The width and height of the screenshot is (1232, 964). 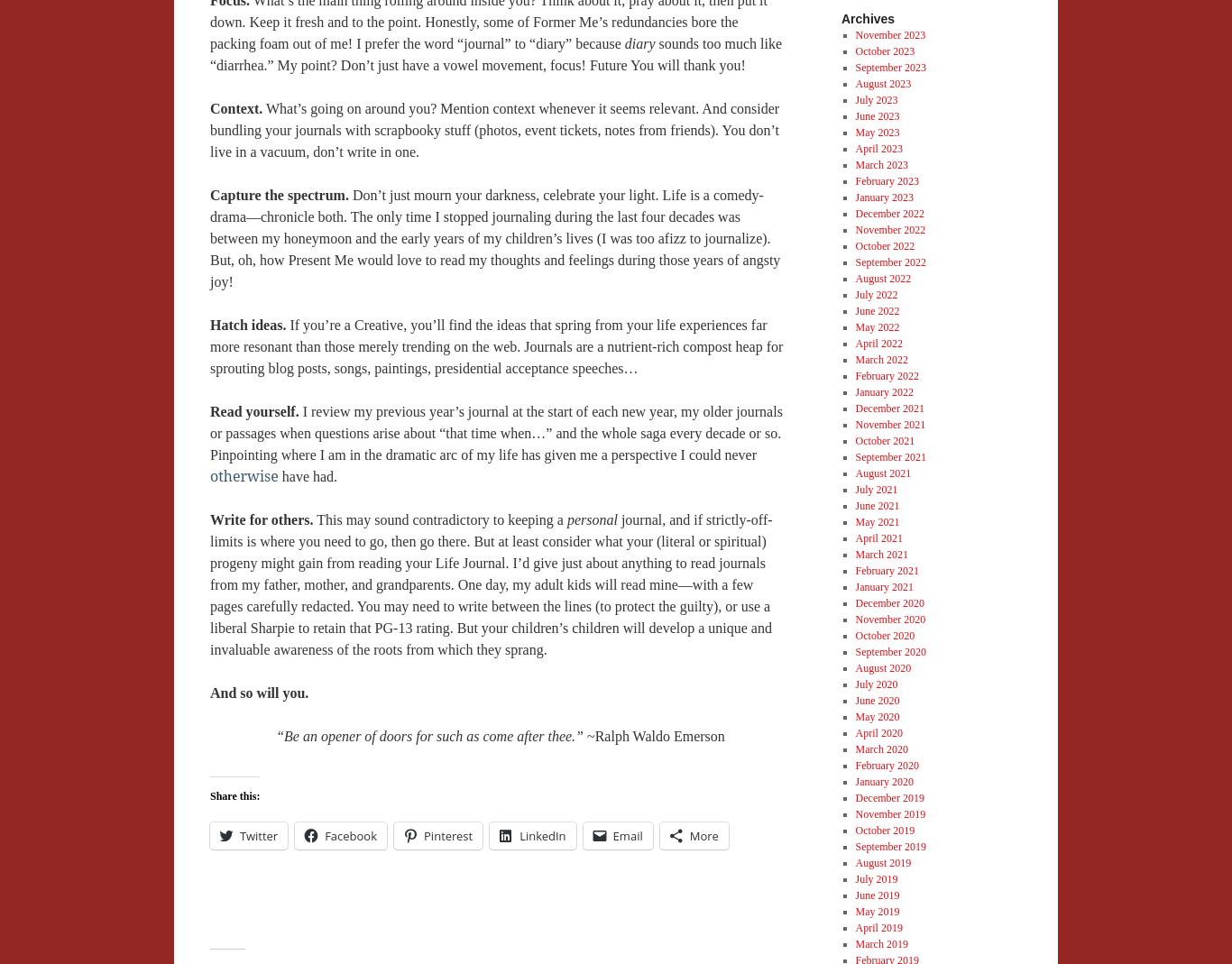 What do you see at coordinates (855, 569) in the screenshot?
I see `'February 2021'` at bounding box center [855, 569].